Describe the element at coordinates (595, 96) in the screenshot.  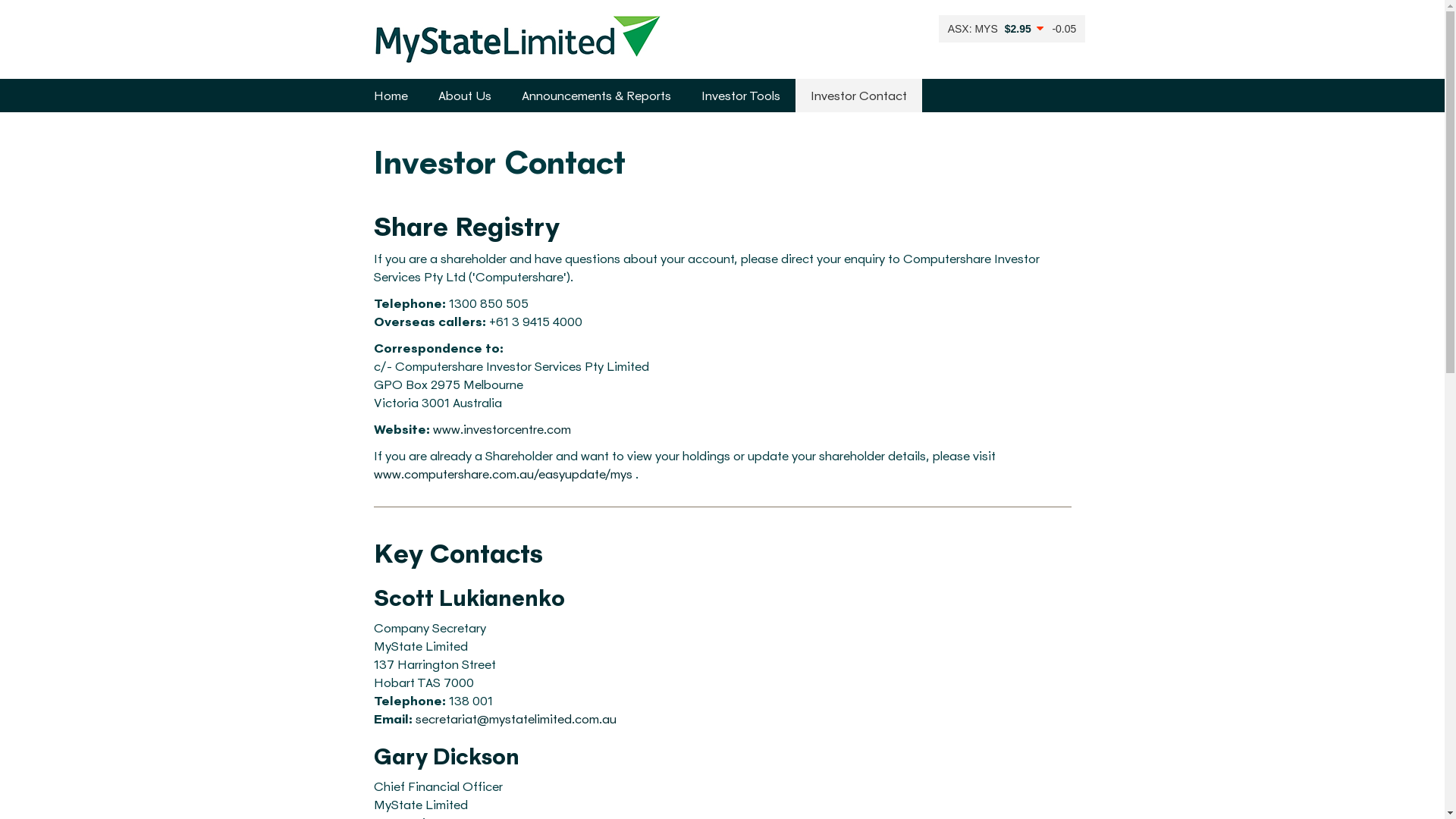
I see `'Announcements & Reports'` at that location.